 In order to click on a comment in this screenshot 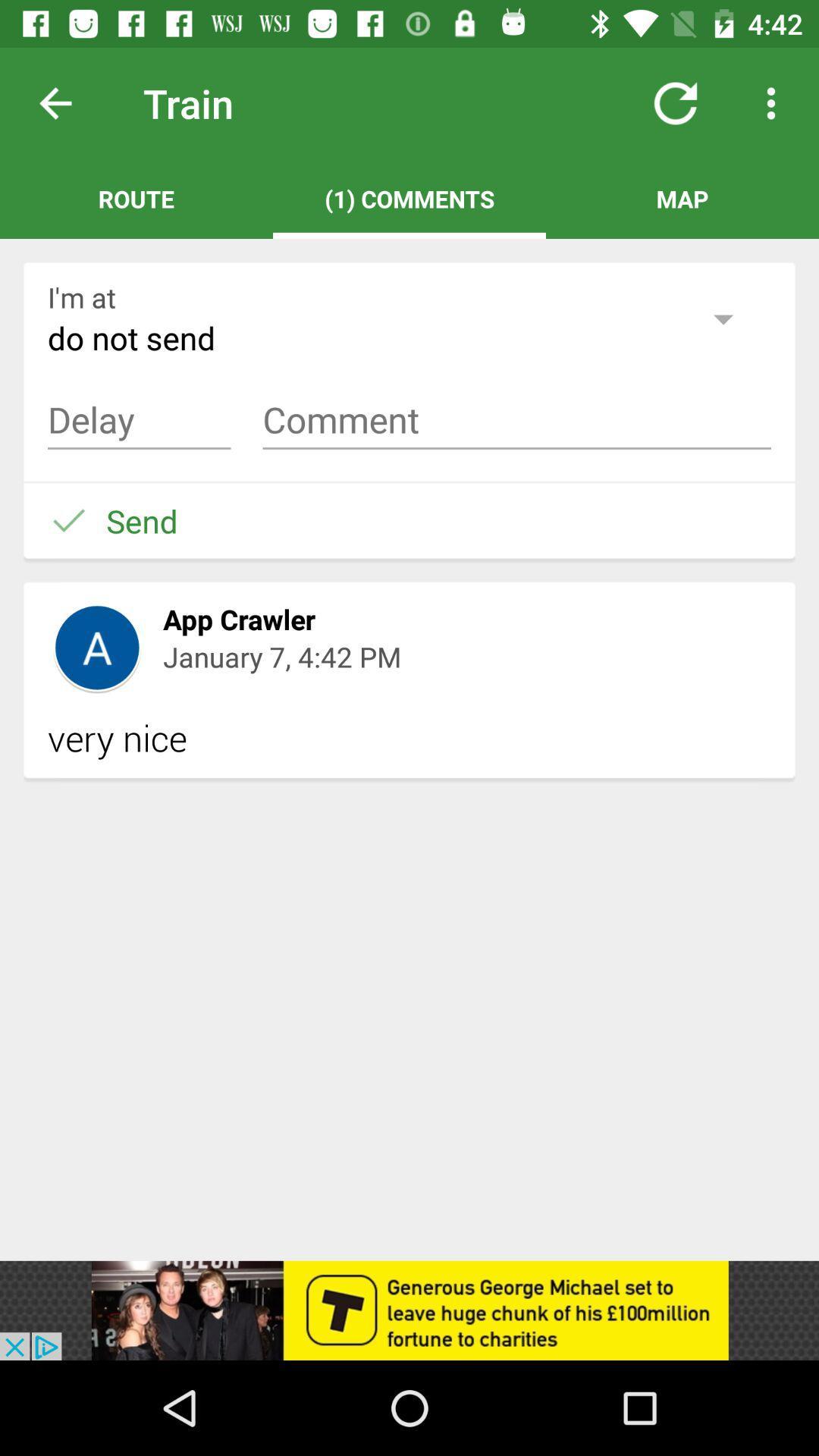, I will do `click(139, 420)`.